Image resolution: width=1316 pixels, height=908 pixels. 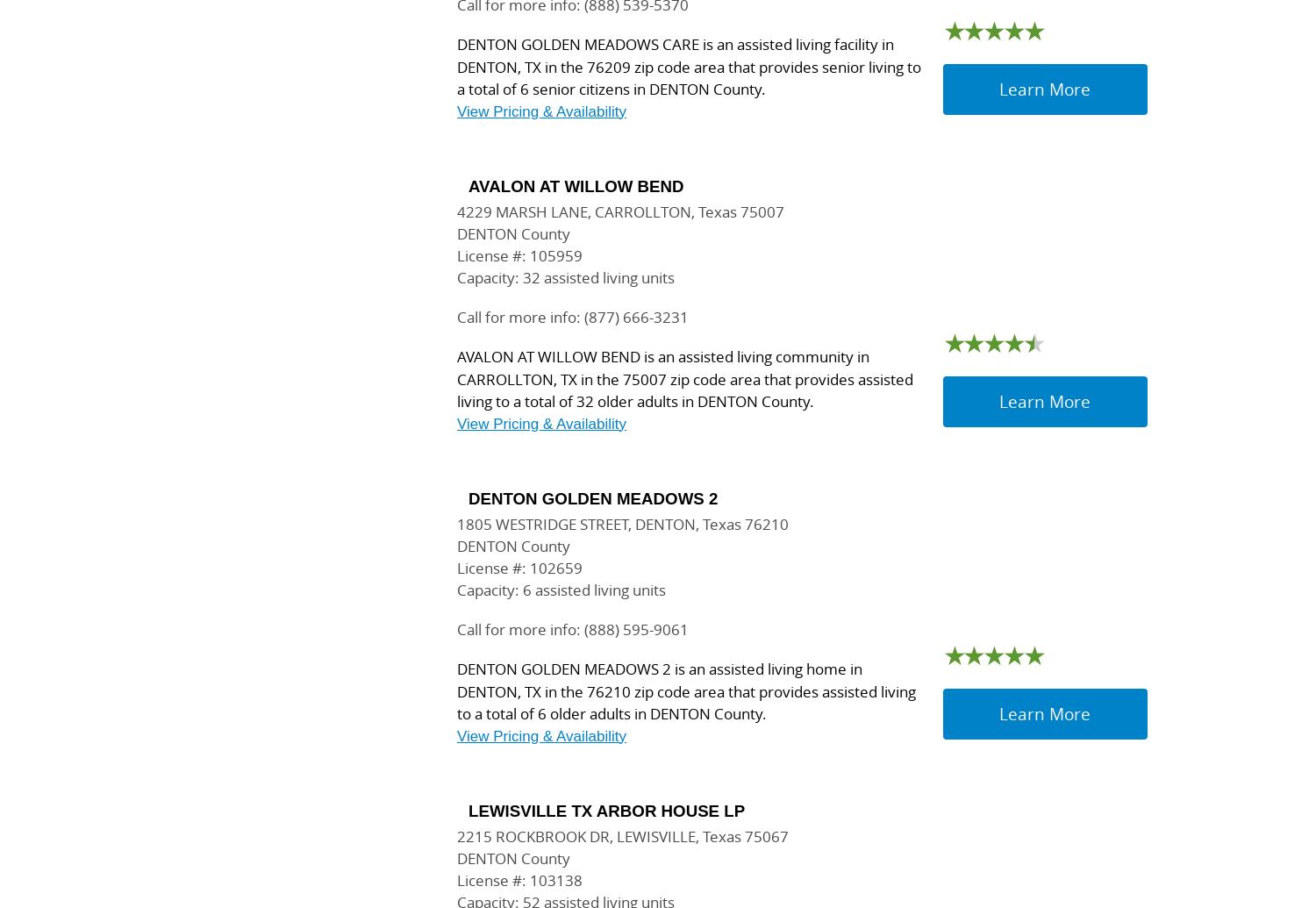 What do you see at coordinates (685, 379) in the screenshot?
I see `'AVALON AT WILLOW BEND is an assisted living community in CARROLLTON, TX in the 75007 zip code area that provides assisted living to a total of 32 older adults in DENTON County.'` at bounding box center [685, 379].